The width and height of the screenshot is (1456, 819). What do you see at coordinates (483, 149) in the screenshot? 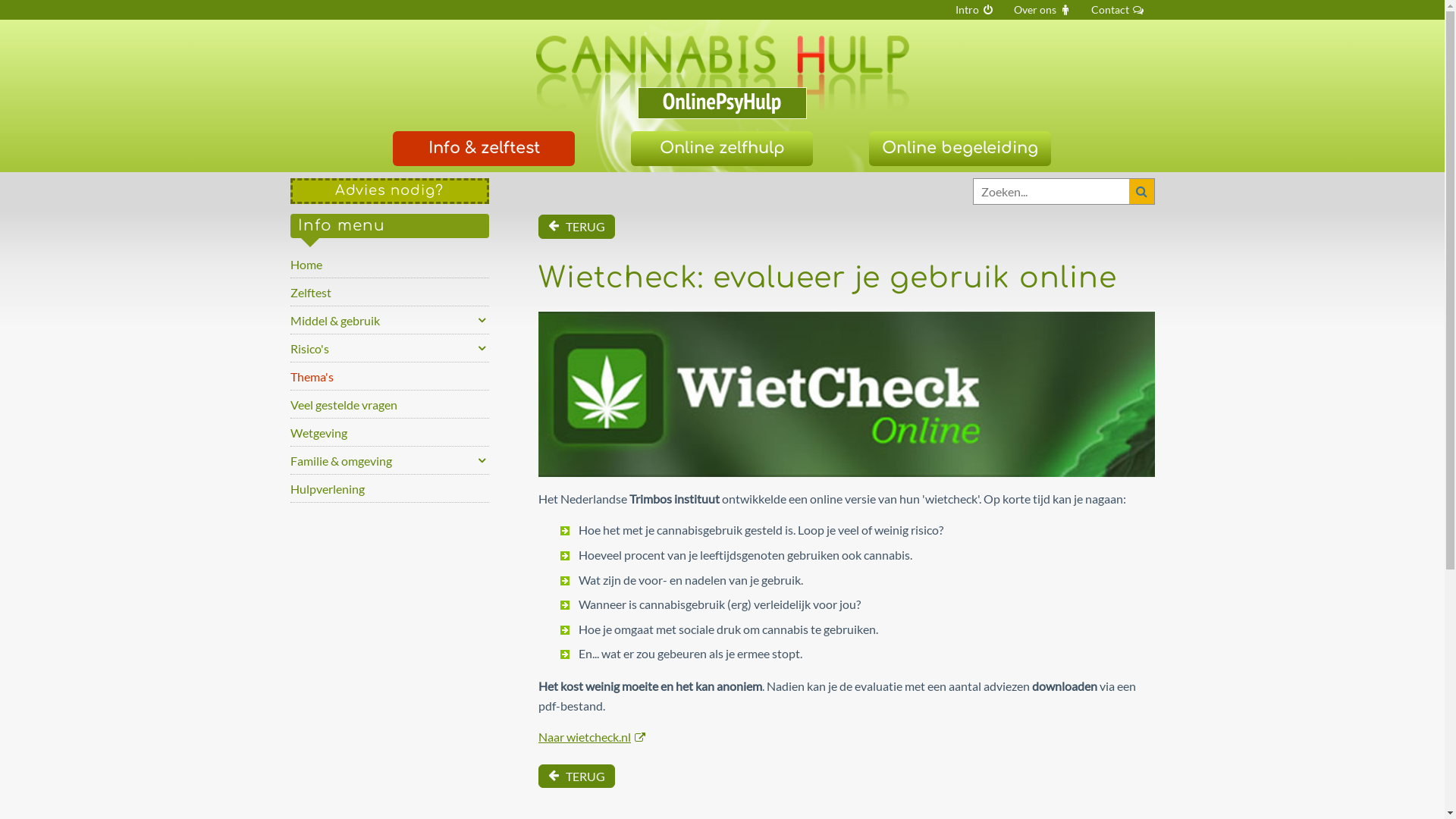
I see `'Info & zelftest'` at bounding box center [483, 149].